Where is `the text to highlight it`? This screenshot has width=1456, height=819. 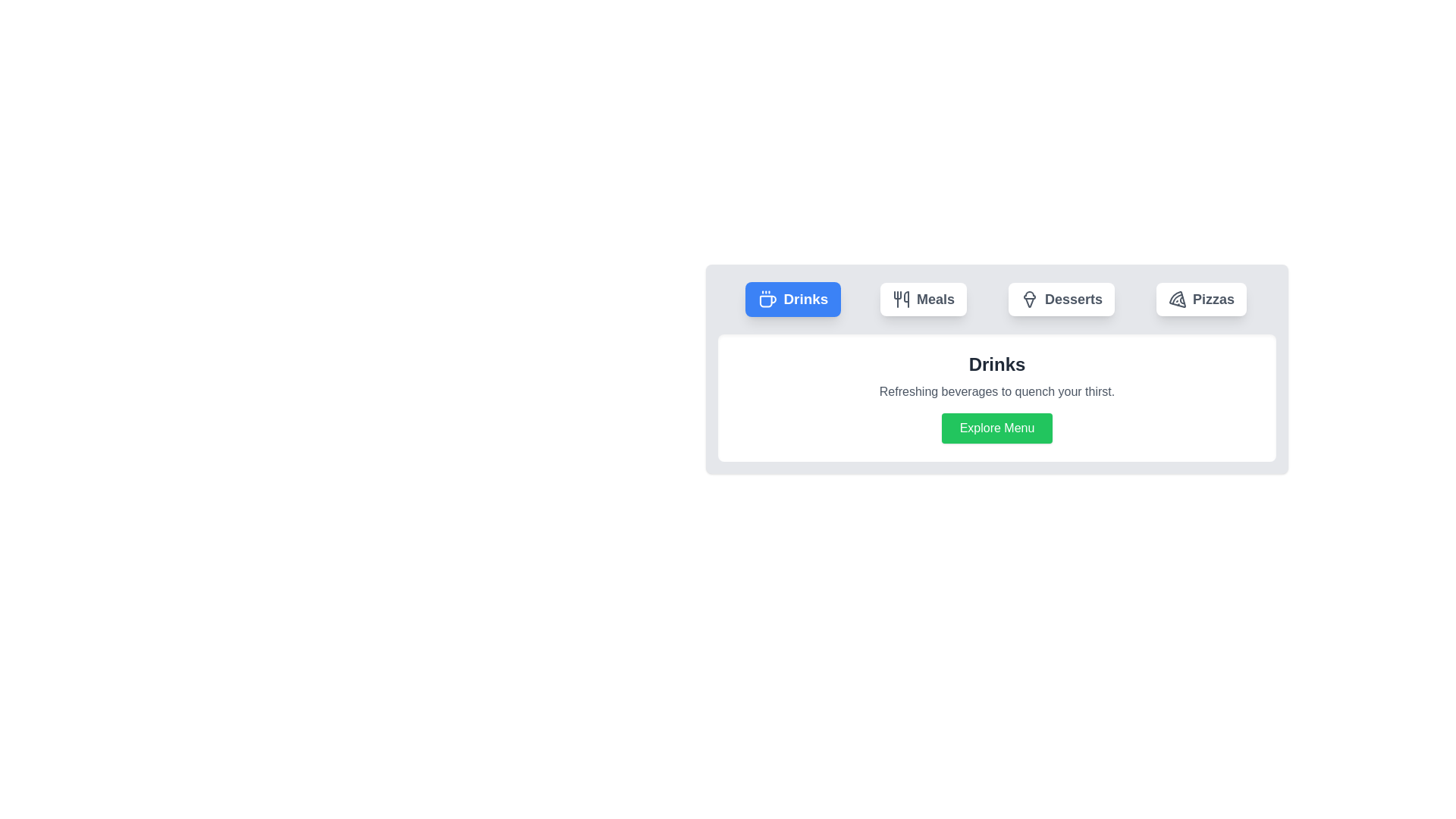
the text to highlight it is located at coordinates (792, 299).